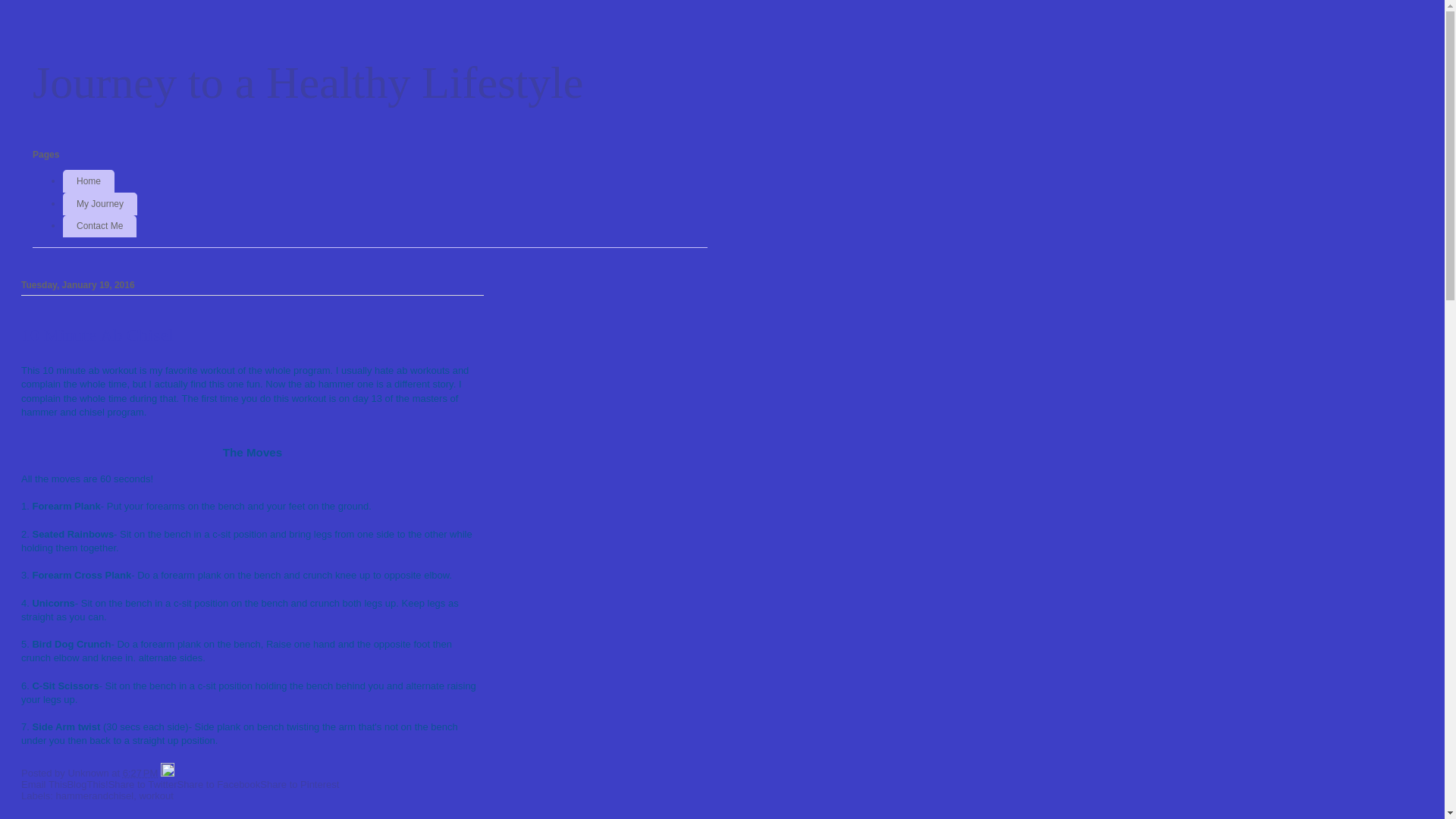 The image size is (1456, 819). I want to click on 'Share to Pinterest', so click(259, 784).